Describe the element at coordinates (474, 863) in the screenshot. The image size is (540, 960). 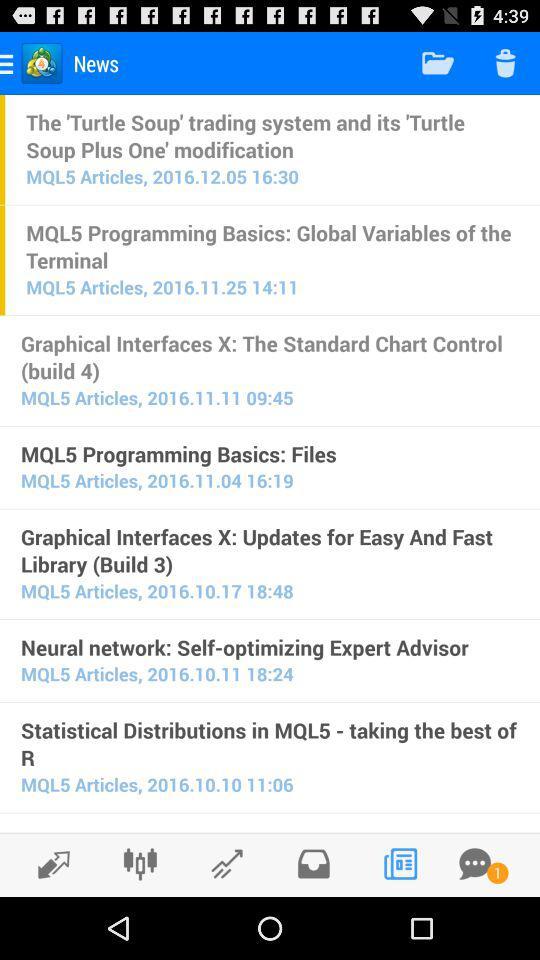
I see `get message` at that location.